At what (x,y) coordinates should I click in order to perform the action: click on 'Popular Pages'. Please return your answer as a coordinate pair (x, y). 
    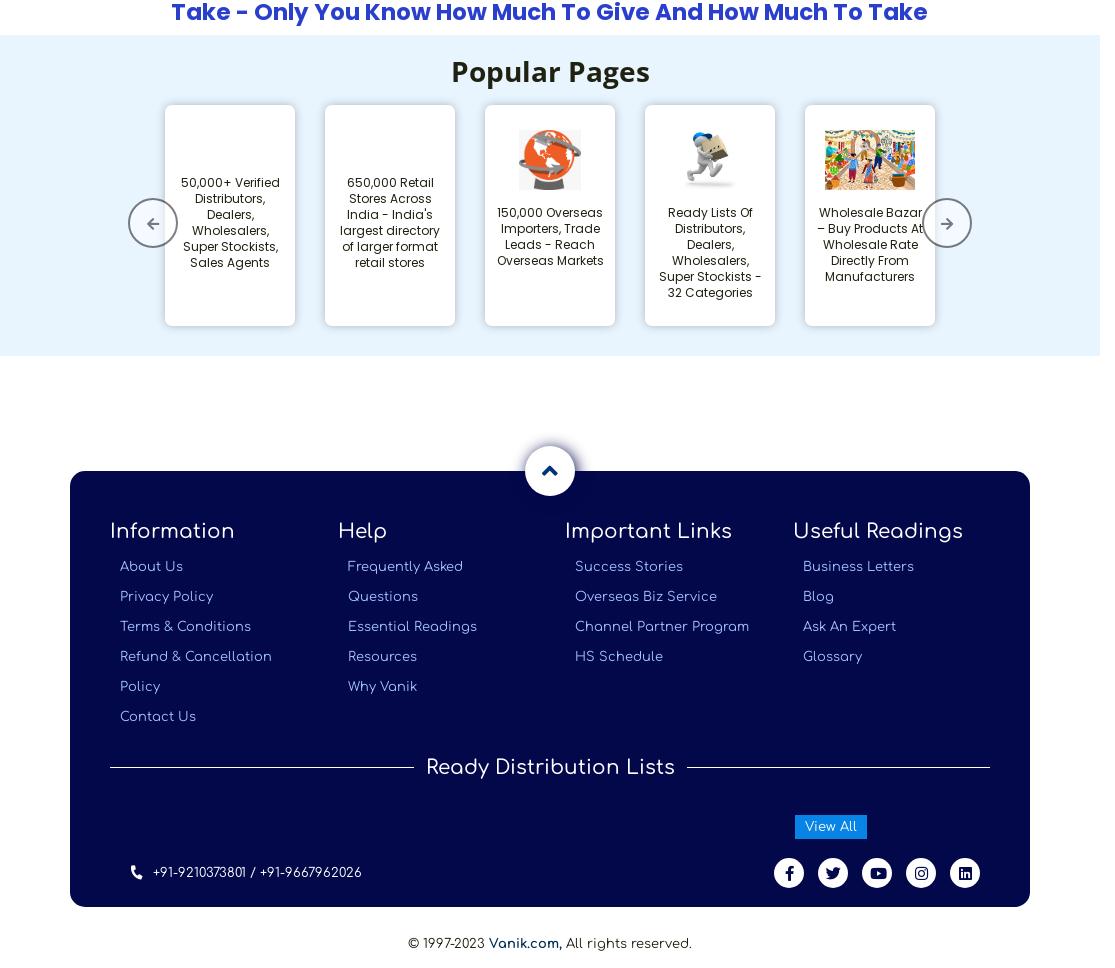
    Looking at the image, I should click on (549, 68).